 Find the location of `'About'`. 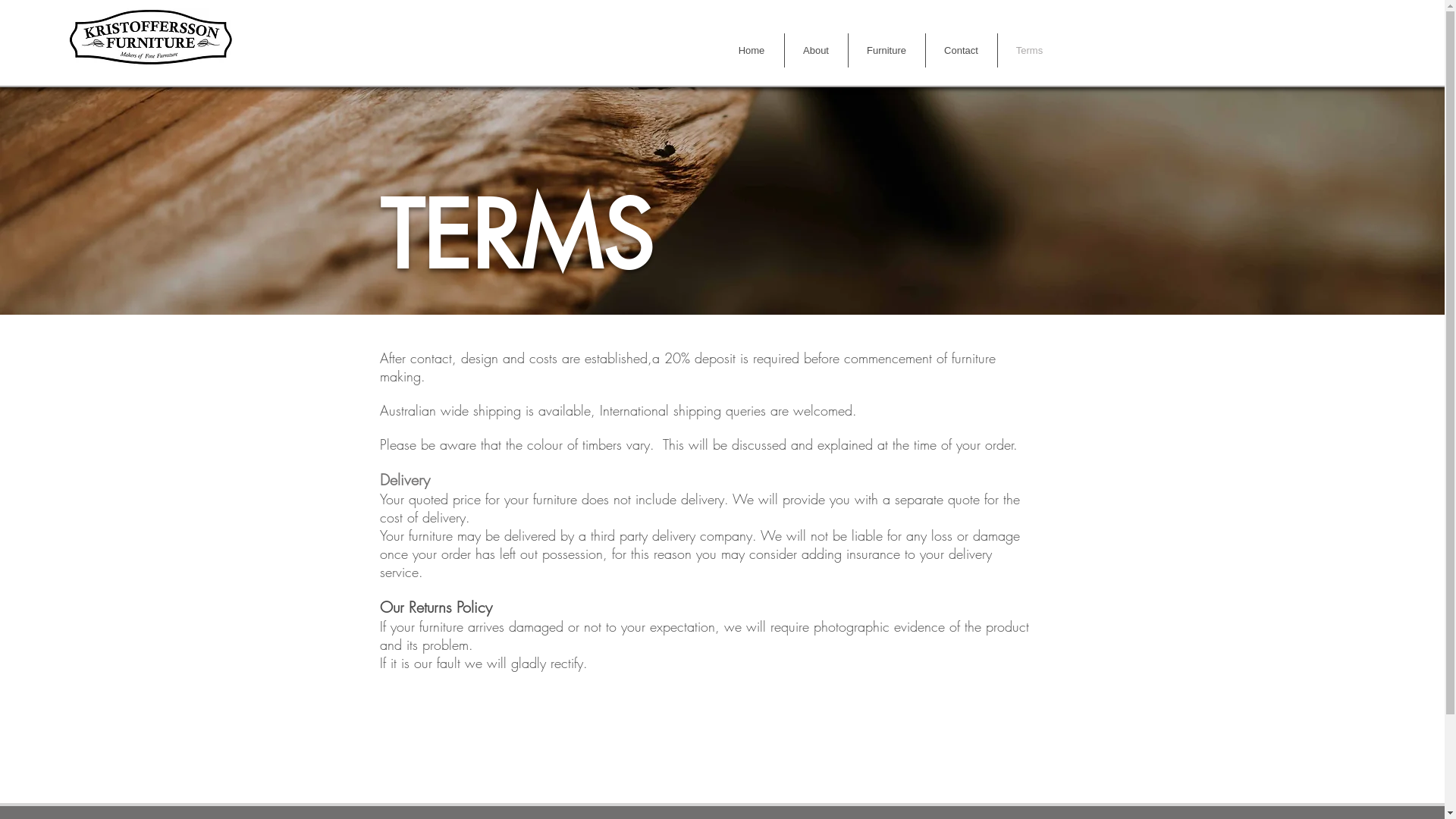

'About' is located at coordinates (814, 49).